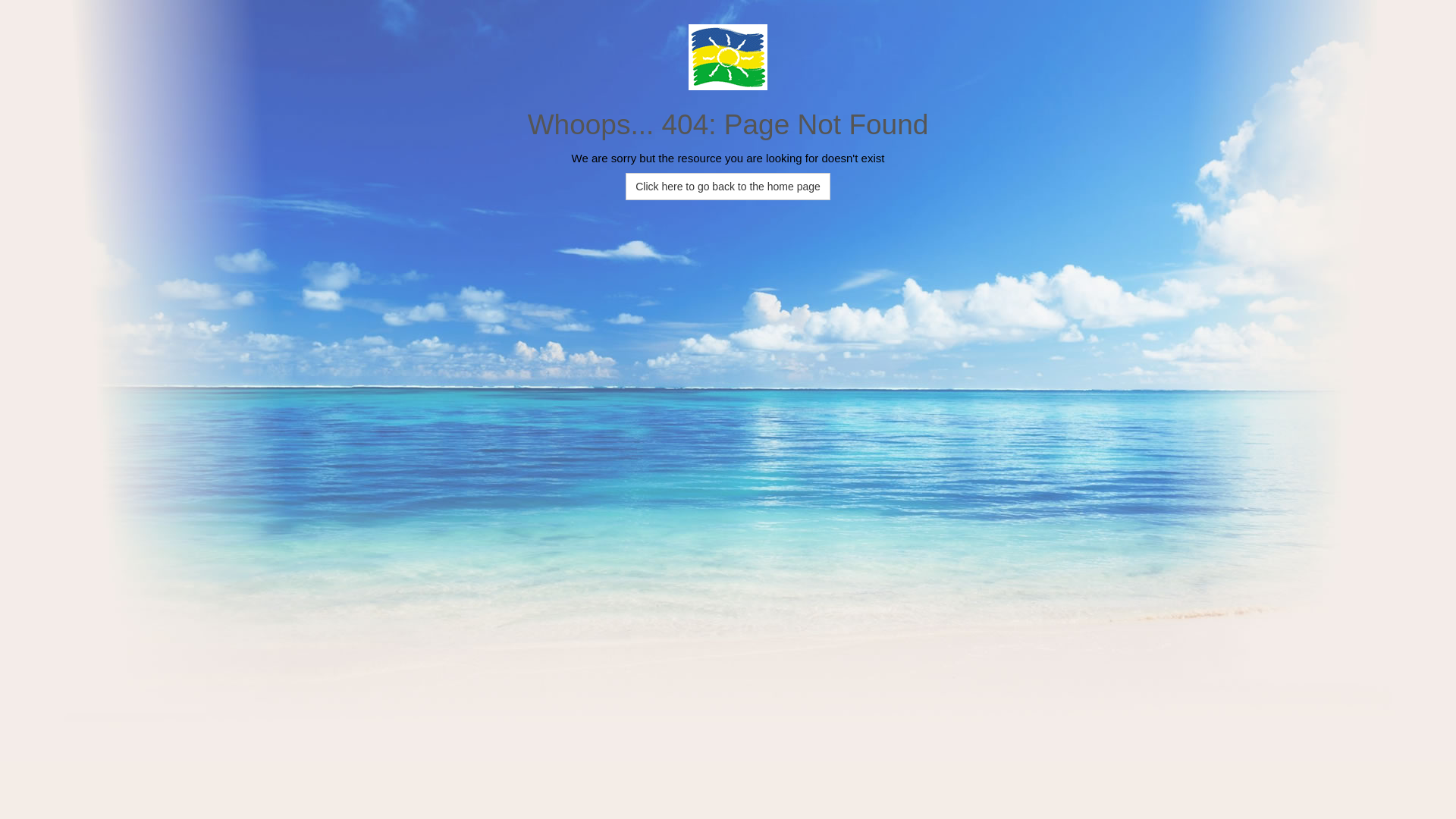 This screenshot has width=1456, height=819. Describe the element at coordinates (728, 186) in the screenshot. I see `'Click here to go back to the home page'` at that location.